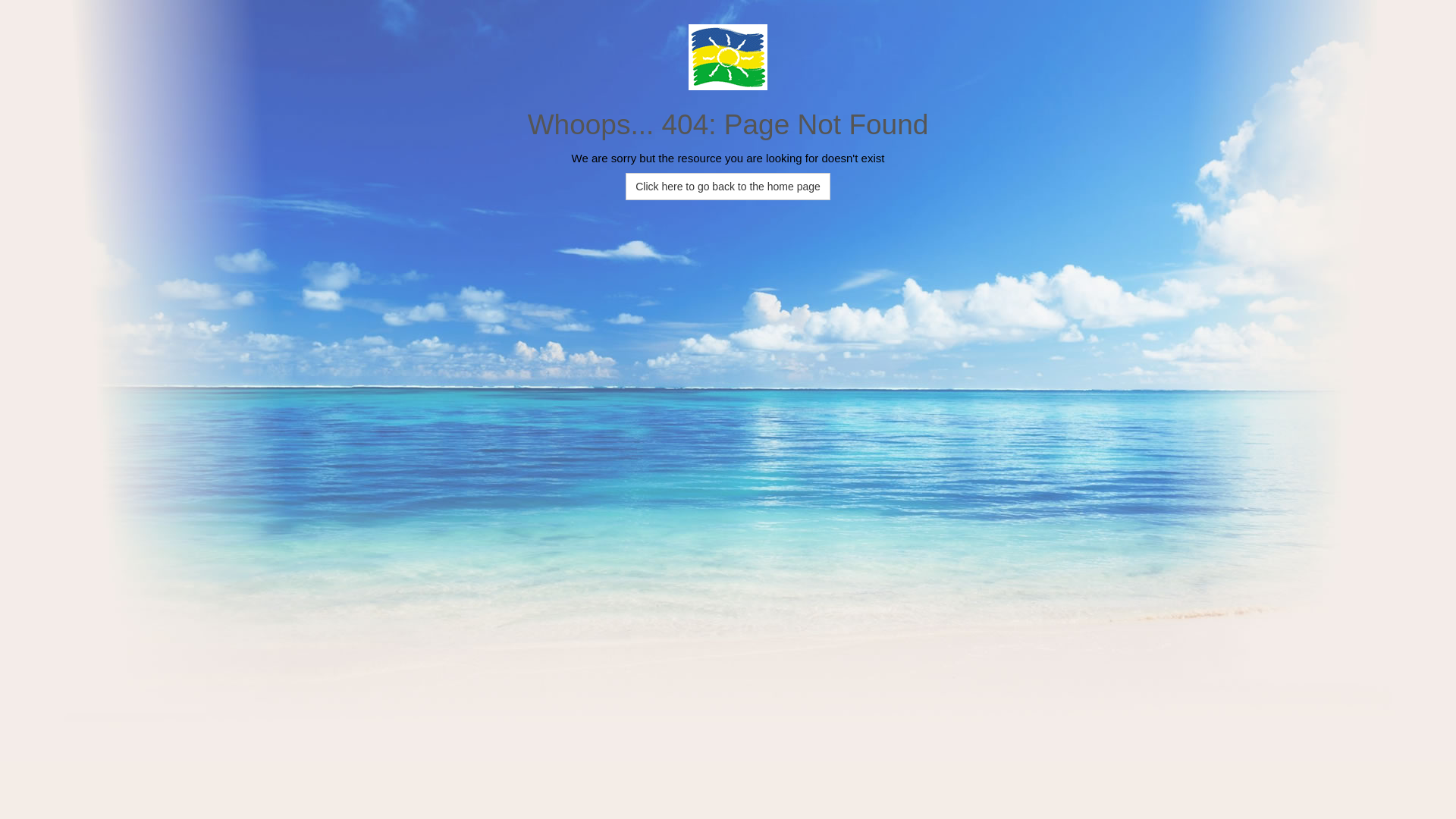 This screenshot has width=1456, height=819. Describe the element at coordinates (728, 186) in the screenshot. I see `'Click here to go back to the home page'` at that location.